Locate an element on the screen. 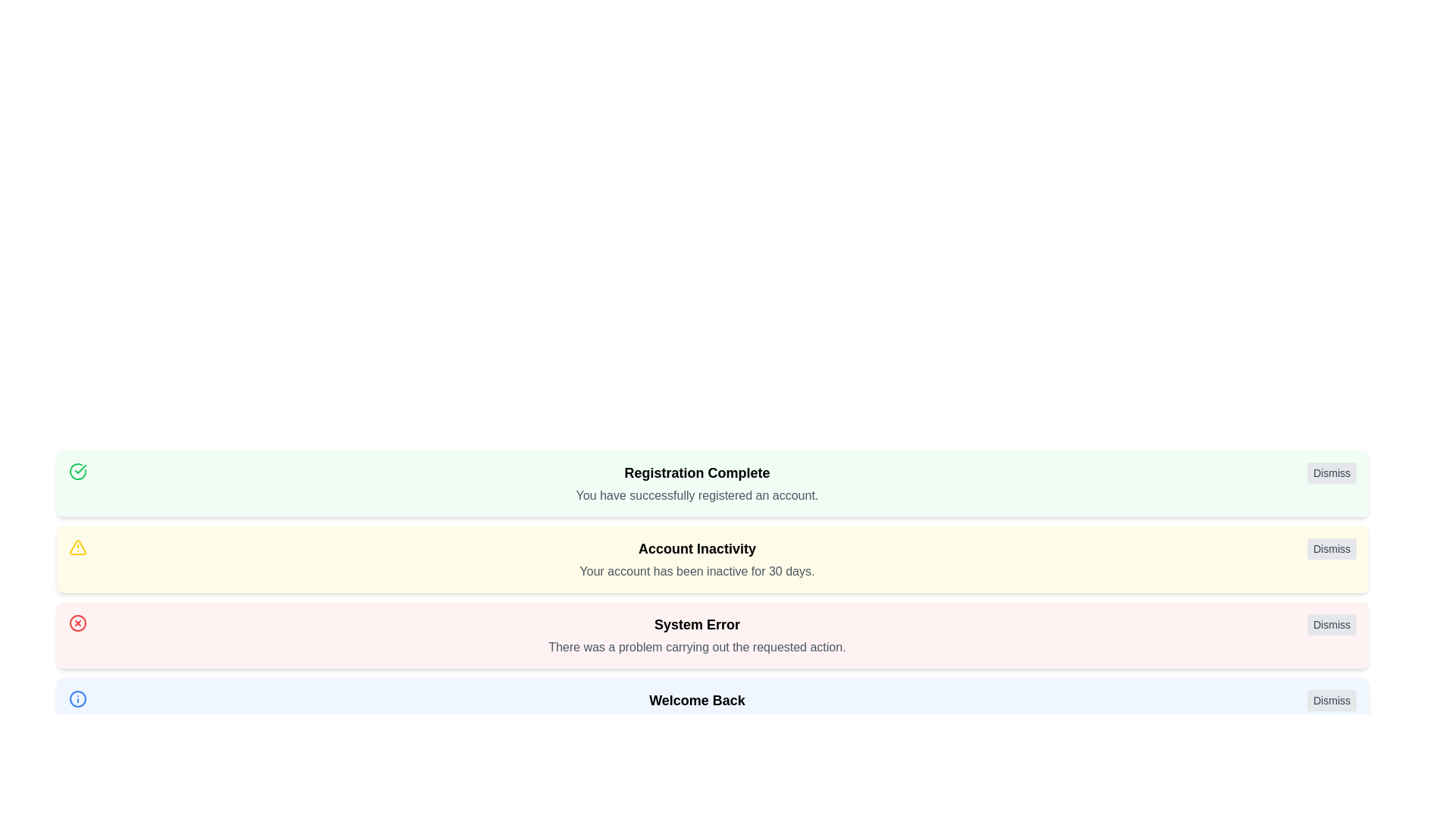  the text label that serves as a heading or introductory title, welcoming the user back to the application, positioned above another text element stating 'We’ve added new features. Check them out!' is located at coordinates (696, 701).